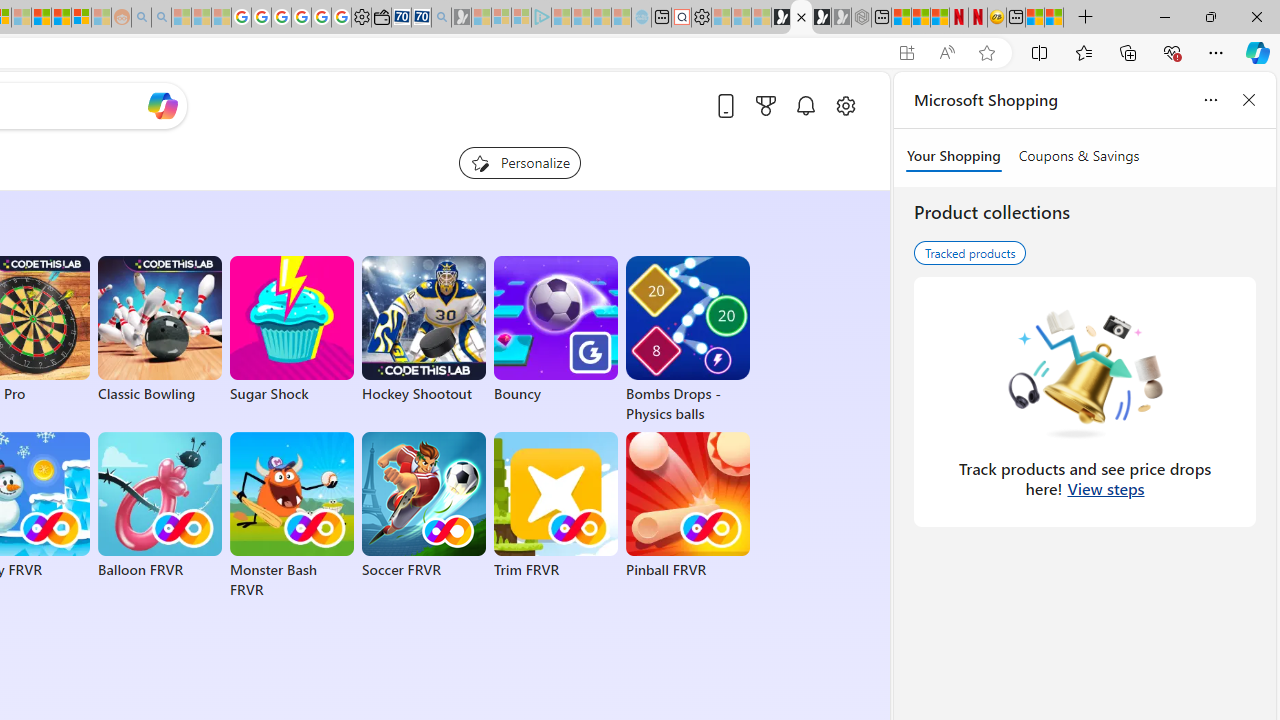 Image resolution: width=1280 pixels, height=720 pixels. What do you see at coordinates (160, 505) in the screenshot?
I see `'Balloon FRVR'` at bounding box center [160, 505].